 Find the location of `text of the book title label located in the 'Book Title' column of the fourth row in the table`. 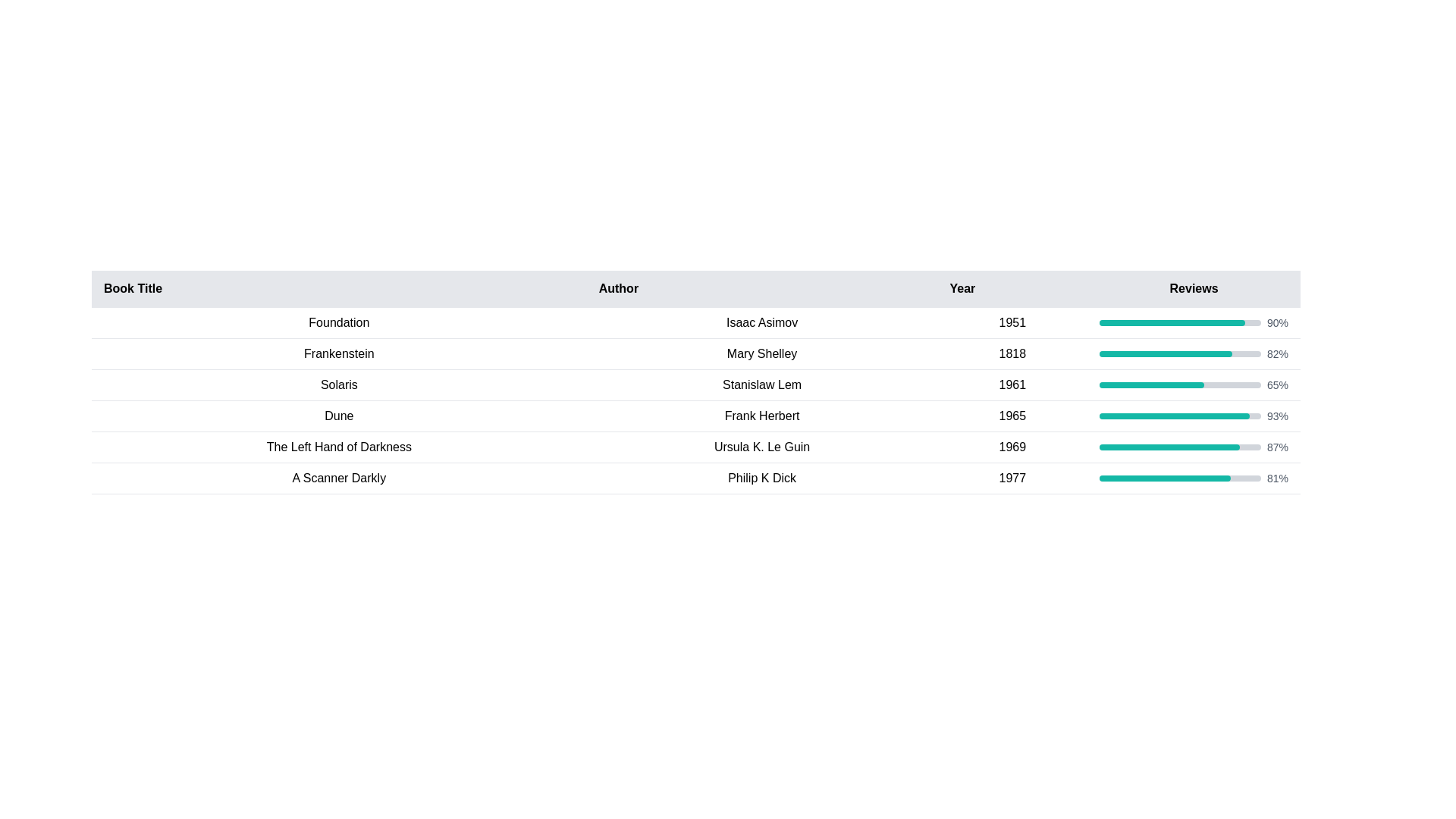

text of the book title label located in the 'Book Title' column of the fourth row in the table is located at coordinates (338, 416).